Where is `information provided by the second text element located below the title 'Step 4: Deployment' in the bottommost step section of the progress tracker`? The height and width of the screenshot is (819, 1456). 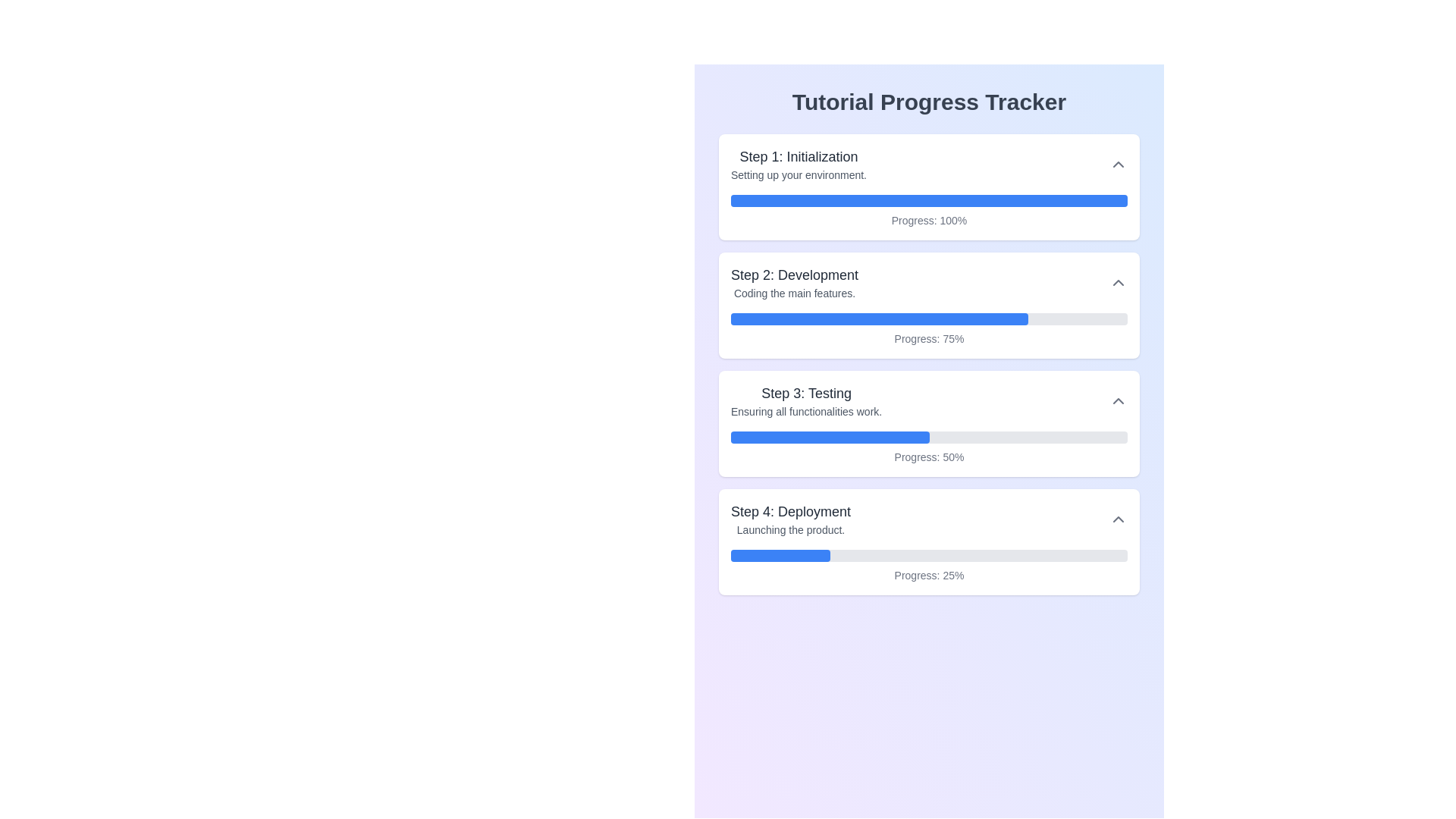 information provided by the second text element located below the title 'Step 4: Deployment' in the bottommost step section of the progress tracker is located at coordinates (790, 529).